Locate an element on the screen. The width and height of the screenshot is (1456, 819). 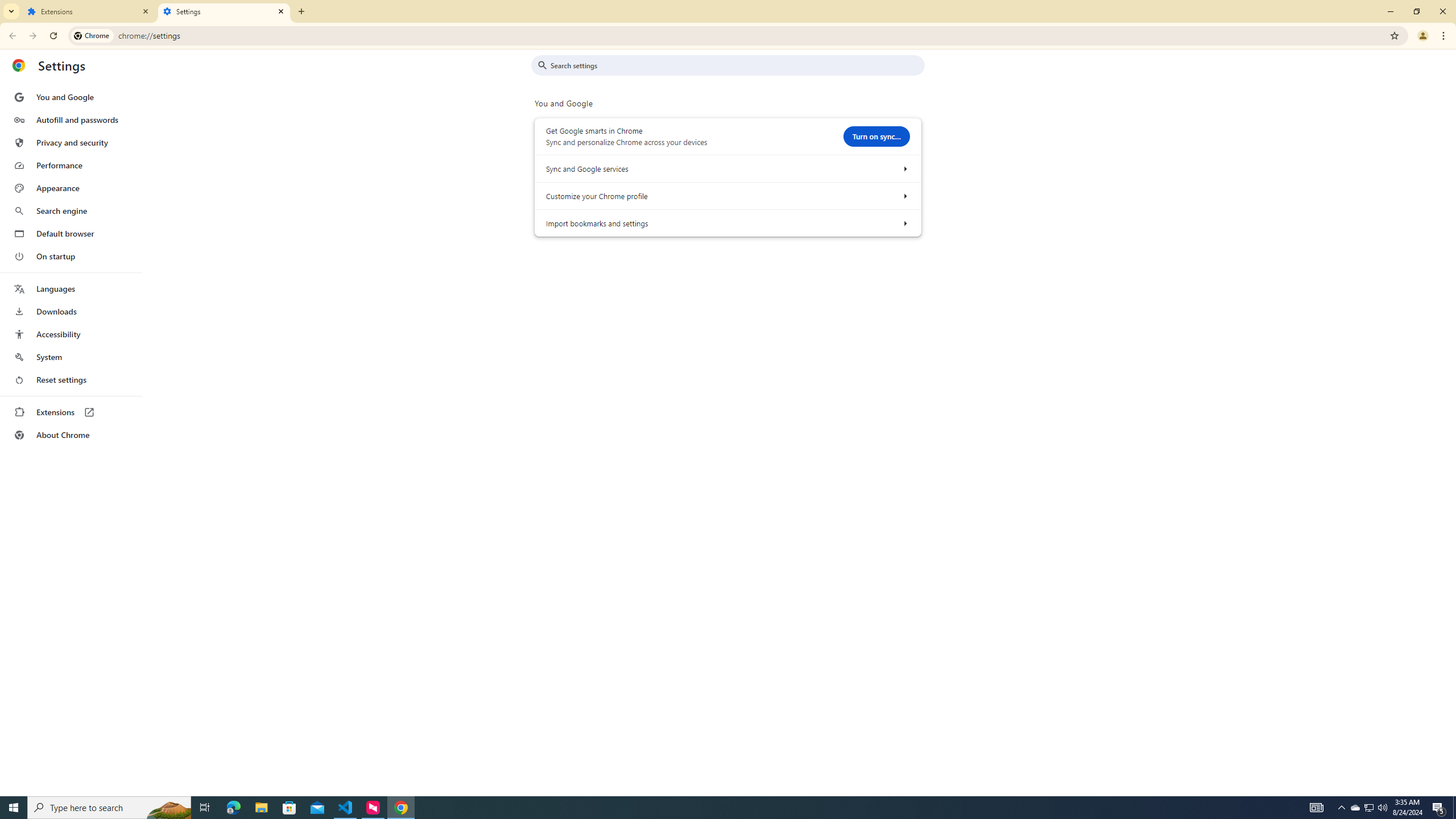
'AutomationID: menu' is located at coordinates (71, 266).